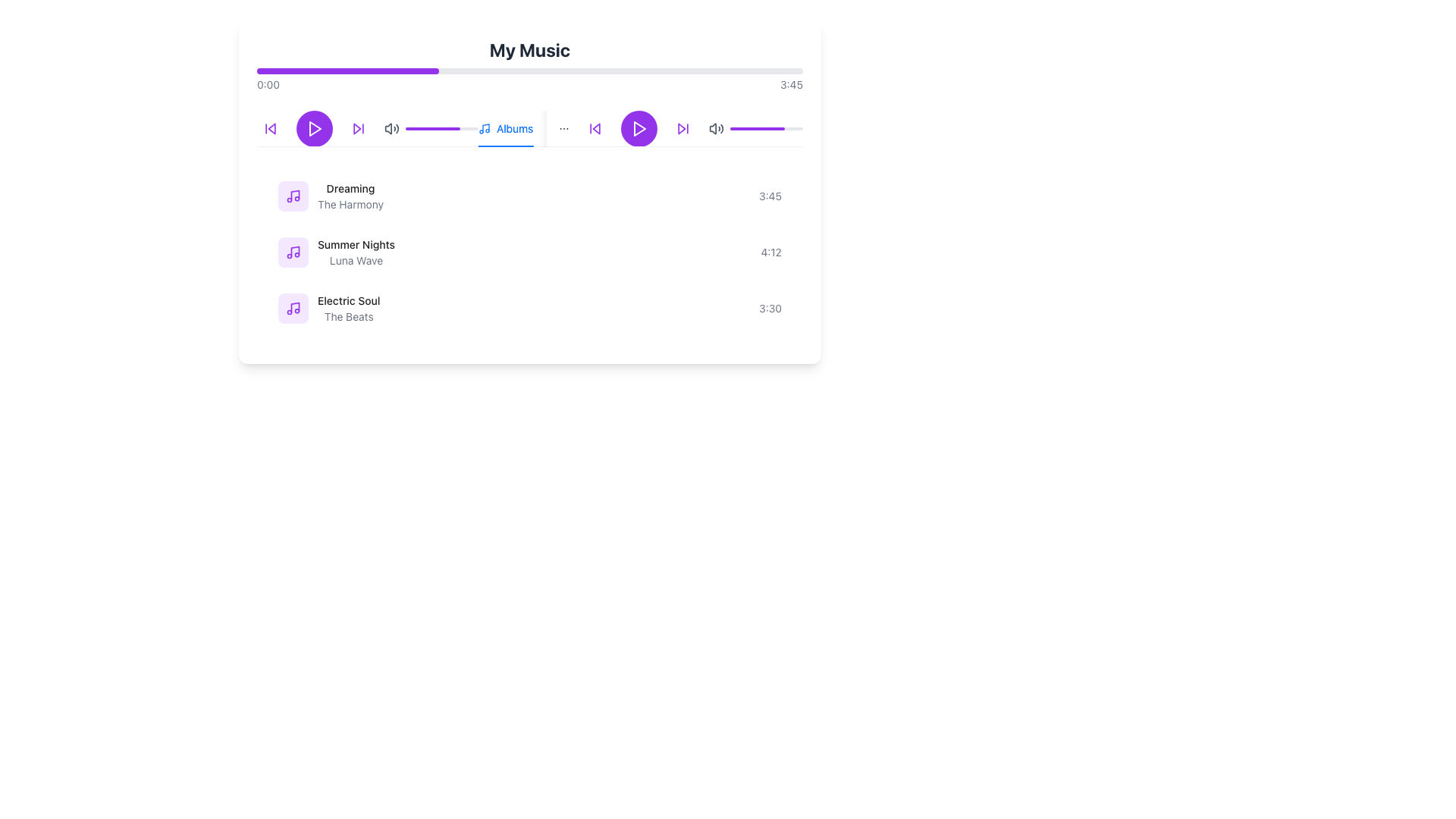 The height and width of the screenshot is (819, 1456). I want to click on the primary text label displaying the title 'Dreaming' and artist 'The Harmony' in the 'My Music' interface, located below the music player controls, so click(350, 195).